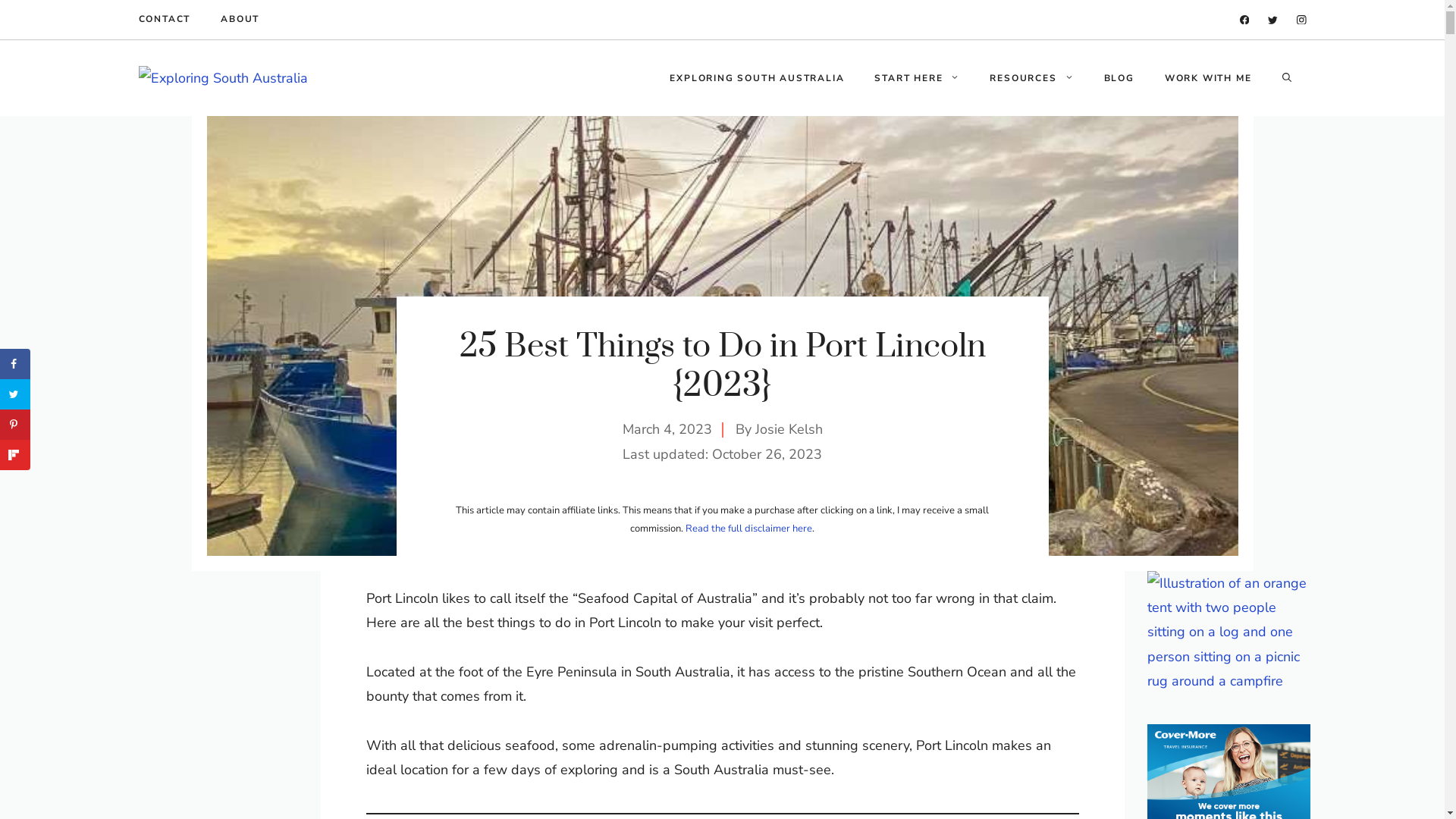 This screenshot has width=1456, height=819. What do you see at coordinates (14, 424) in the screenshot?
I see `'Save to Pinterest'` at bounding box center [14, 424].